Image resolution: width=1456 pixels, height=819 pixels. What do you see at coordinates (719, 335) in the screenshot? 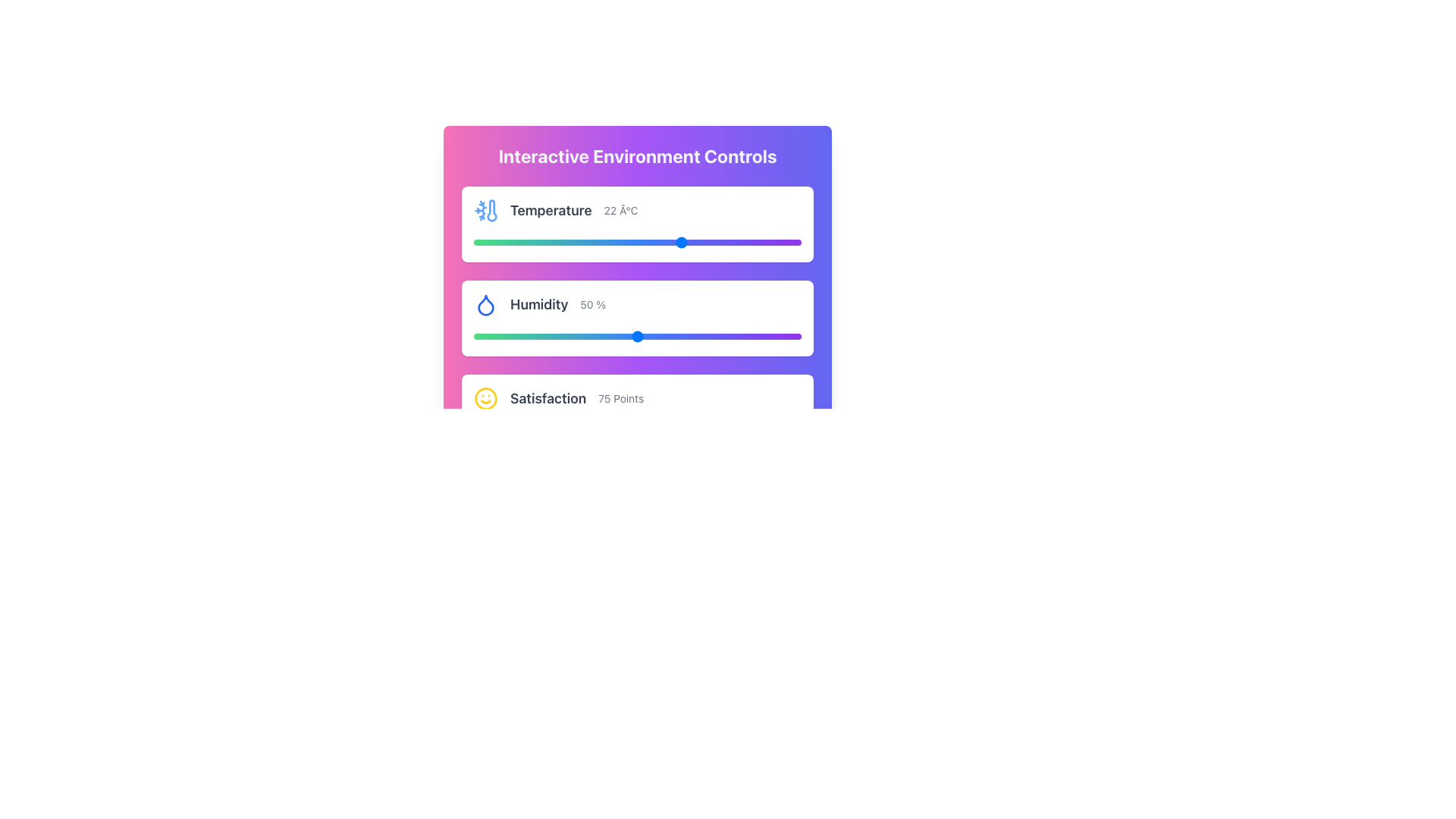
I see `humidity` at bounding box center [719, 335].